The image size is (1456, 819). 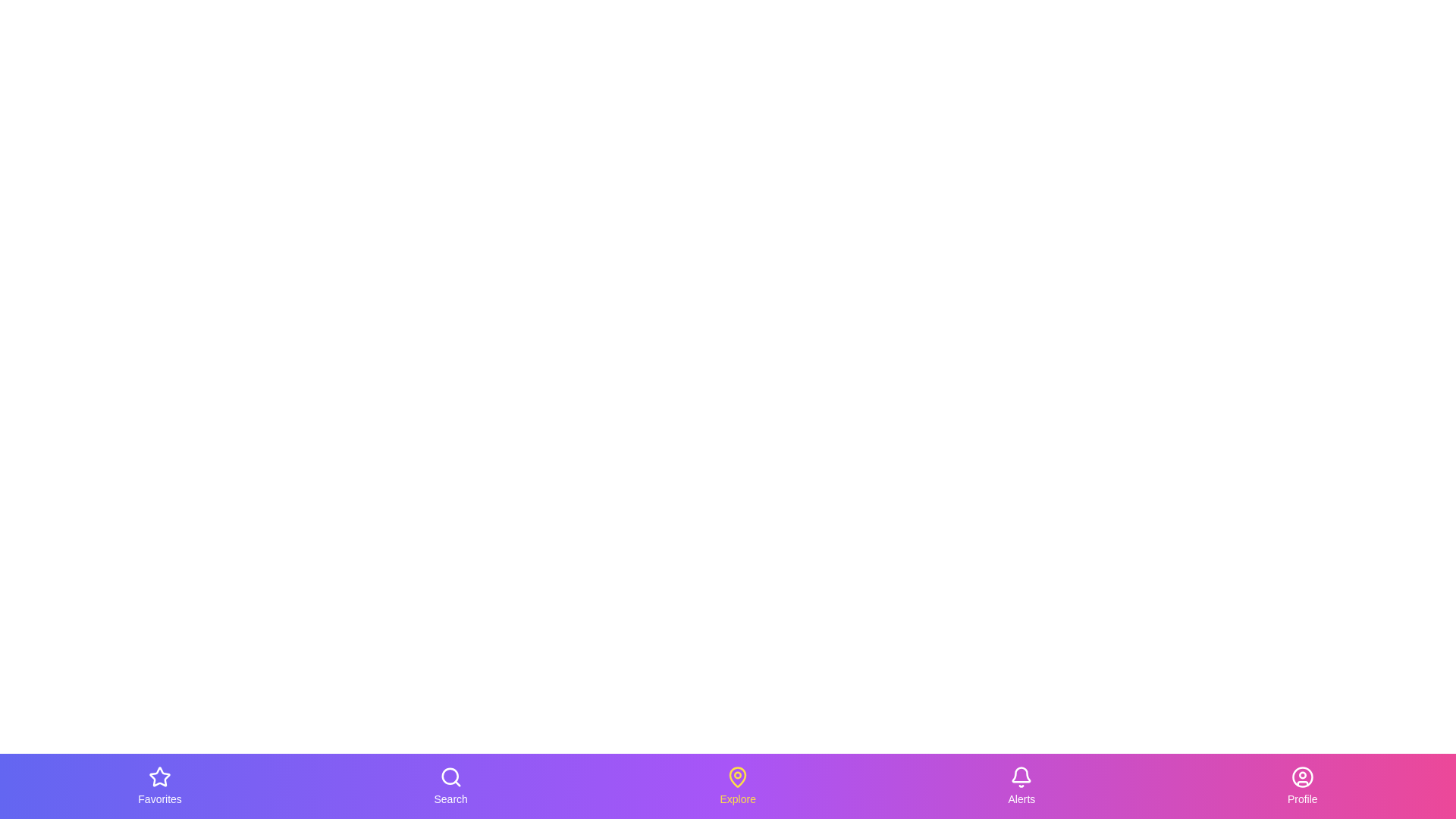 I want to click on the tab labeled Favorites to observe the hover effect, so click(x=160, y=786).